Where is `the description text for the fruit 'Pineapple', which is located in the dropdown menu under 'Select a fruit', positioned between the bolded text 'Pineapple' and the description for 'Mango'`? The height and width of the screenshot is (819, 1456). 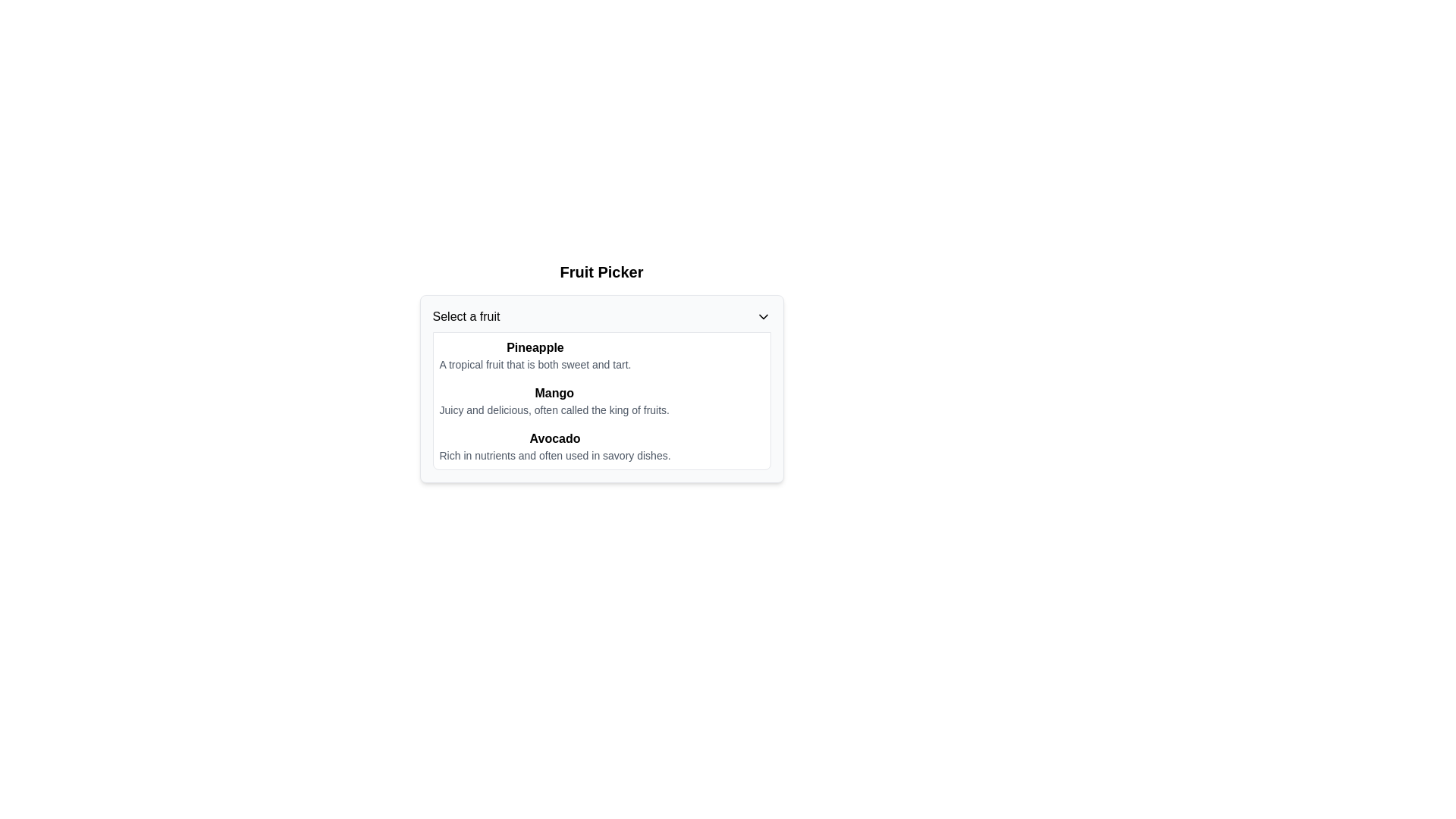
the description text for the fruit 'Pineapple', which is located in the dropdown menu under 'Select a fruit', positioned between the bolded text 'Pineapple' and the description for 'Mango' is located at coordinates (535, 365).